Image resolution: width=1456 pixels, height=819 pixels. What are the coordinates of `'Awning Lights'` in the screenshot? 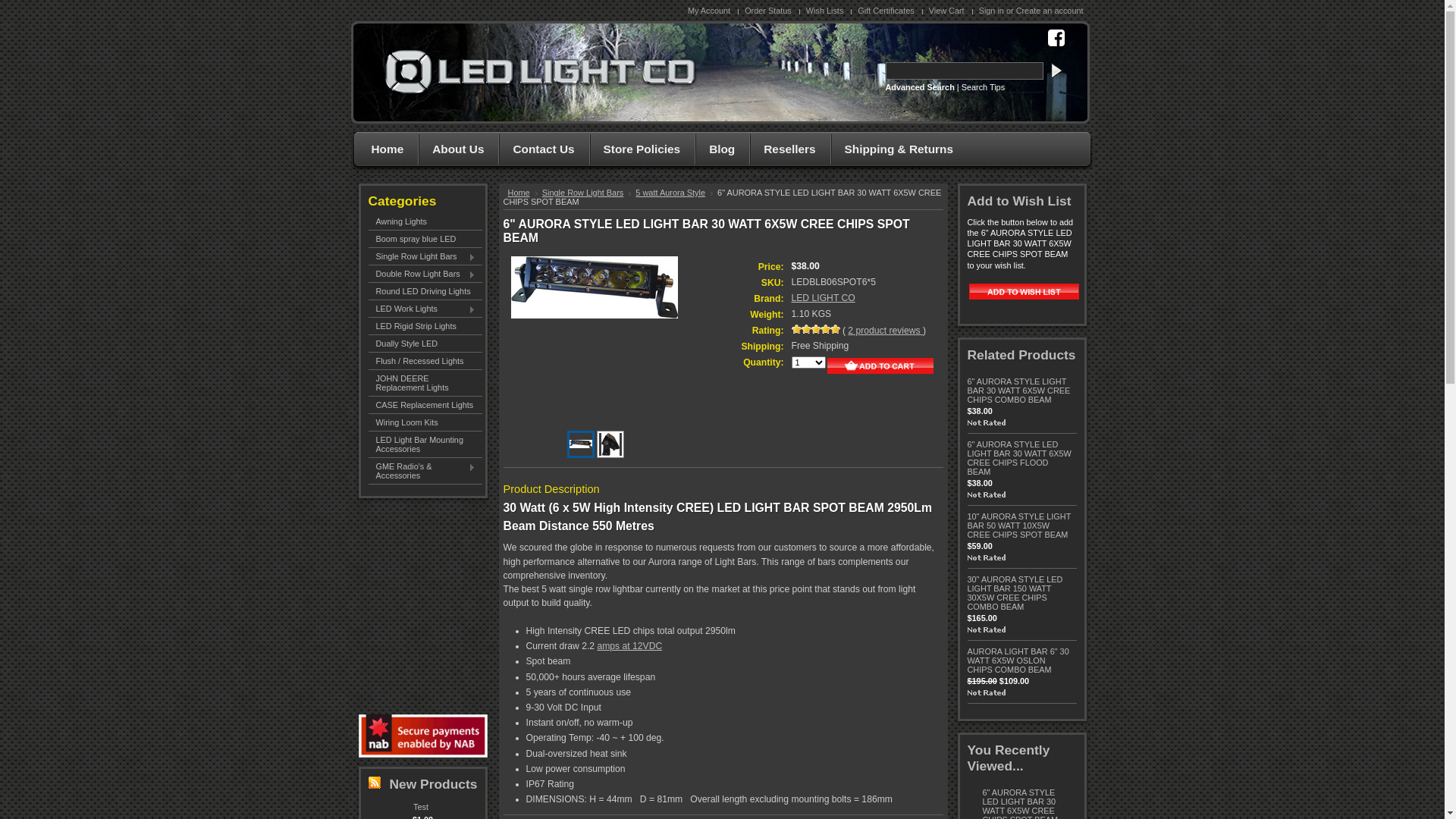 It's located at (425, 221).